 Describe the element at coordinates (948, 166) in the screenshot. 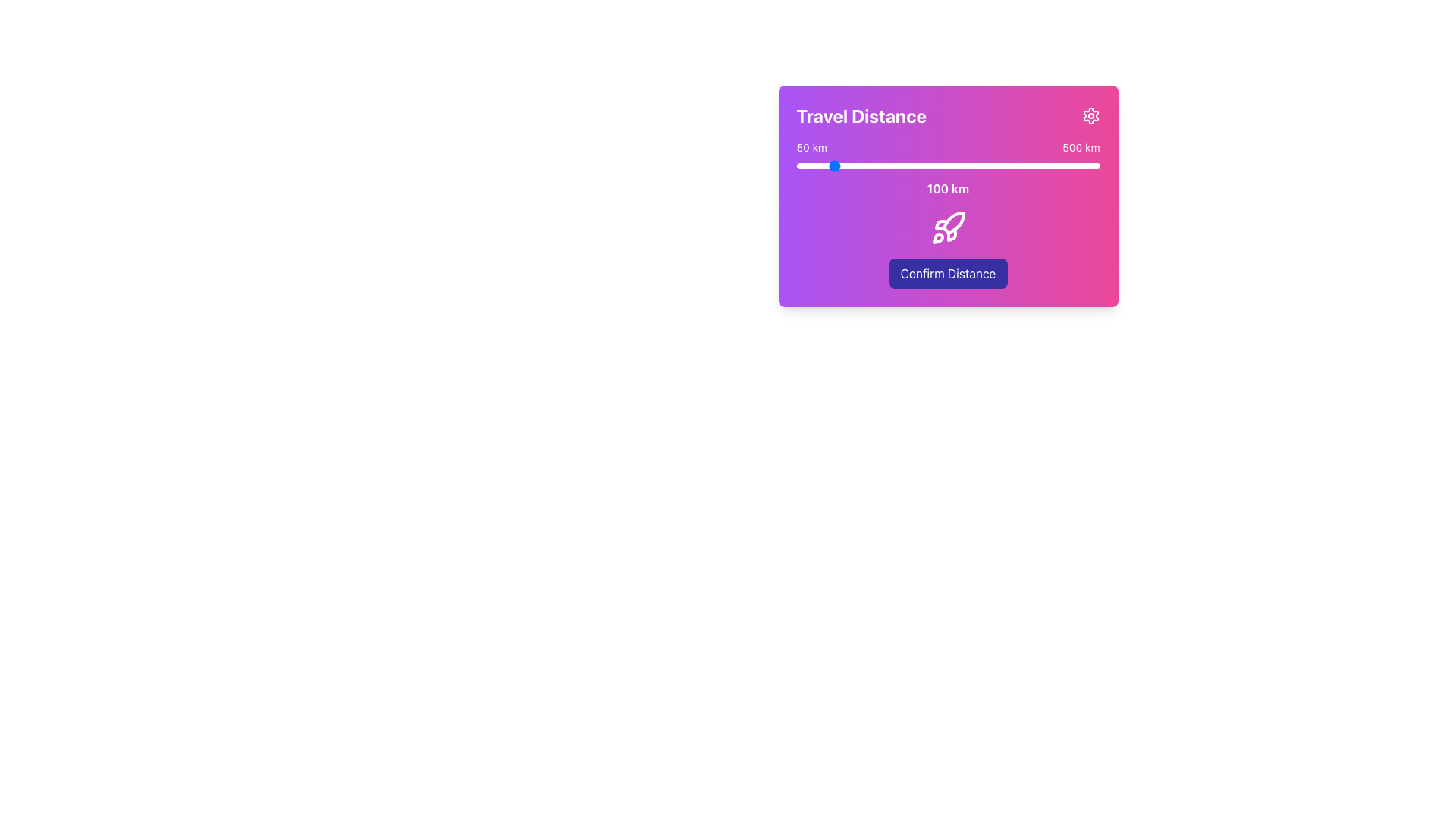

I see `the travel distance` at that location.